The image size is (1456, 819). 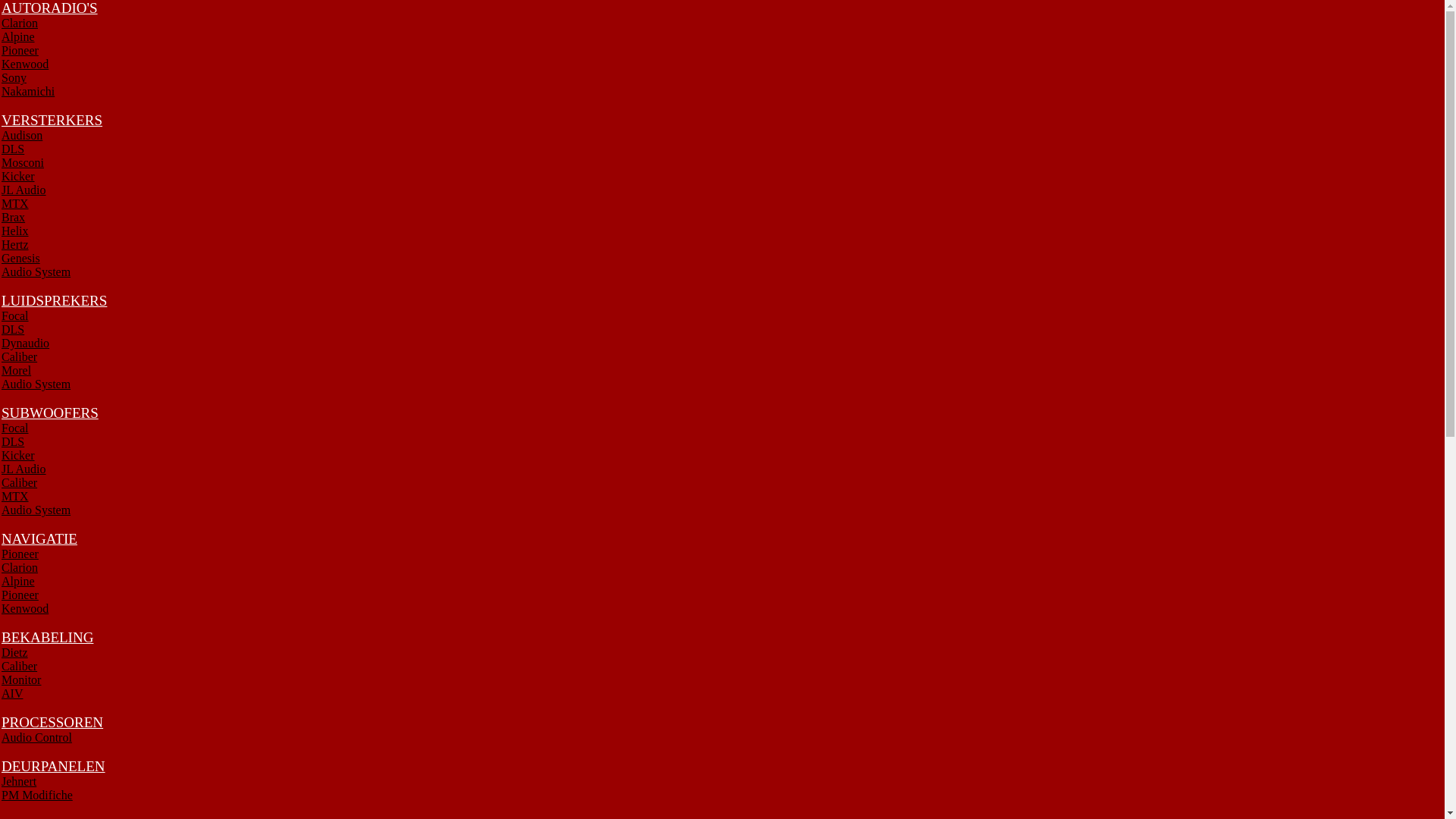 I want to click on 'Caliber', so click(x=19, y=665).